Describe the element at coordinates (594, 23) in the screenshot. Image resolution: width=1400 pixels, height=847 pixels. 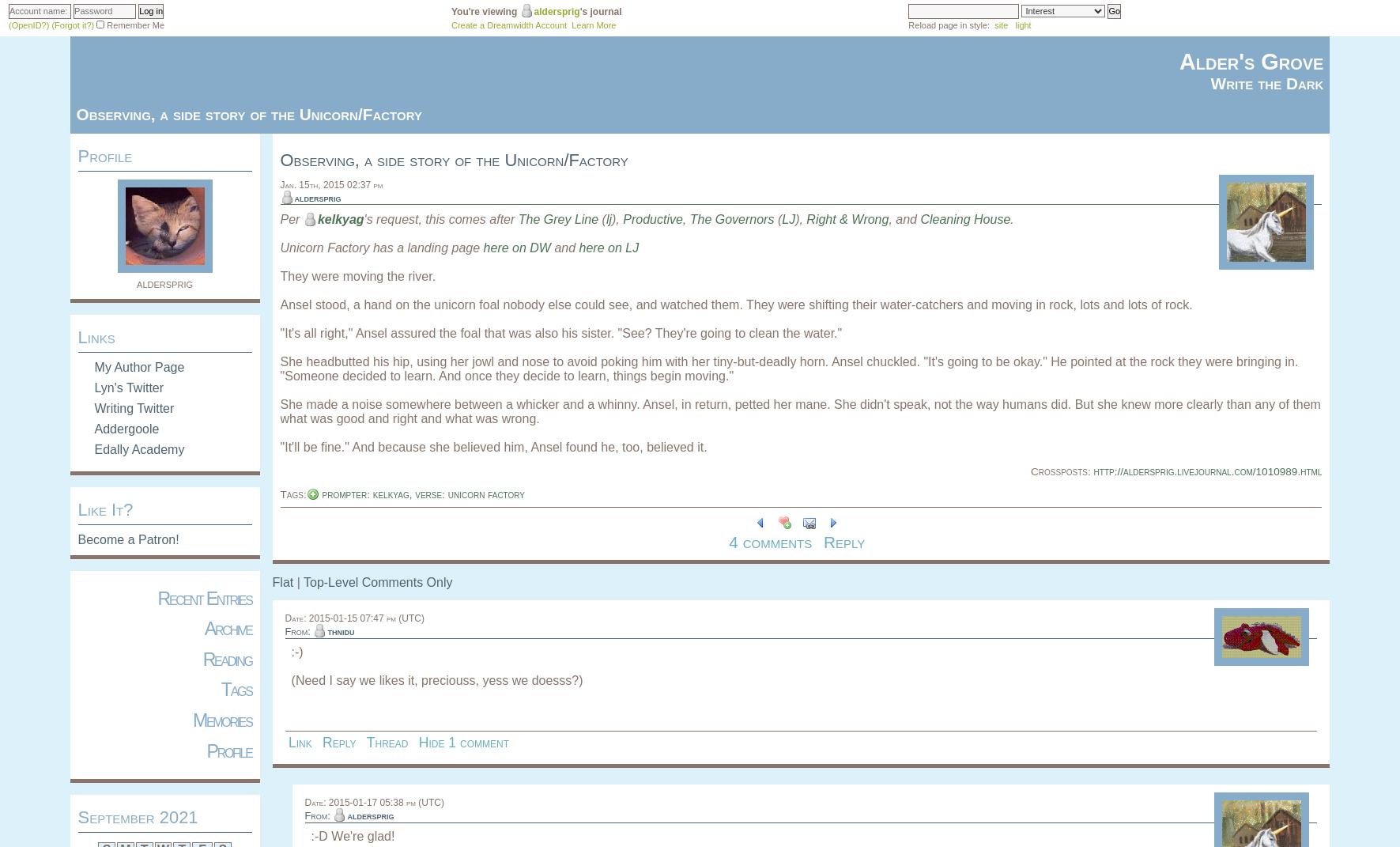
I see `'Learn More'` at that location.